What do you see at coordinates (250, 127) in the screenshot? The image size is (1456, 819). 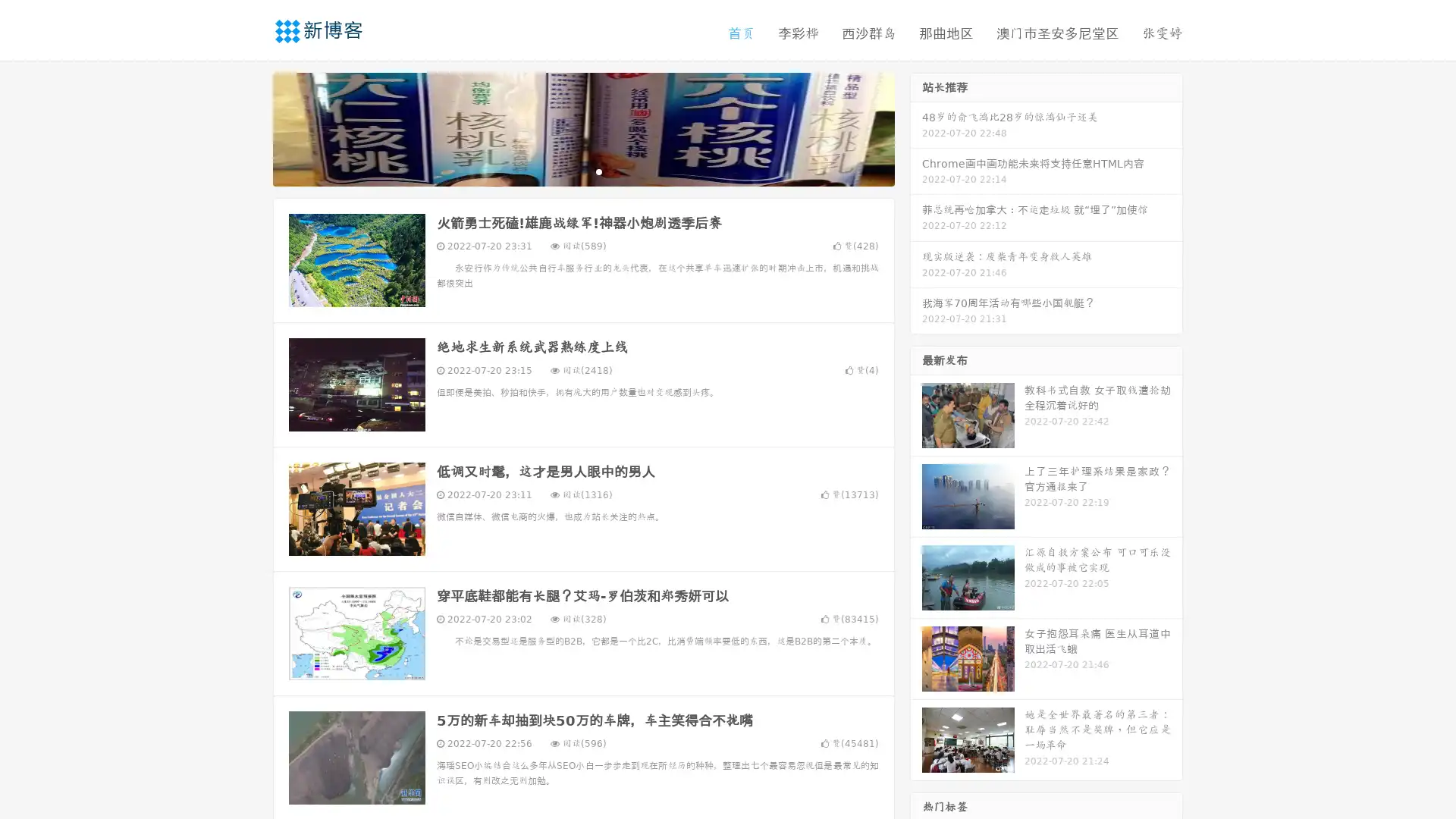 I see `Previous slide` at bounding box center [250, 127].